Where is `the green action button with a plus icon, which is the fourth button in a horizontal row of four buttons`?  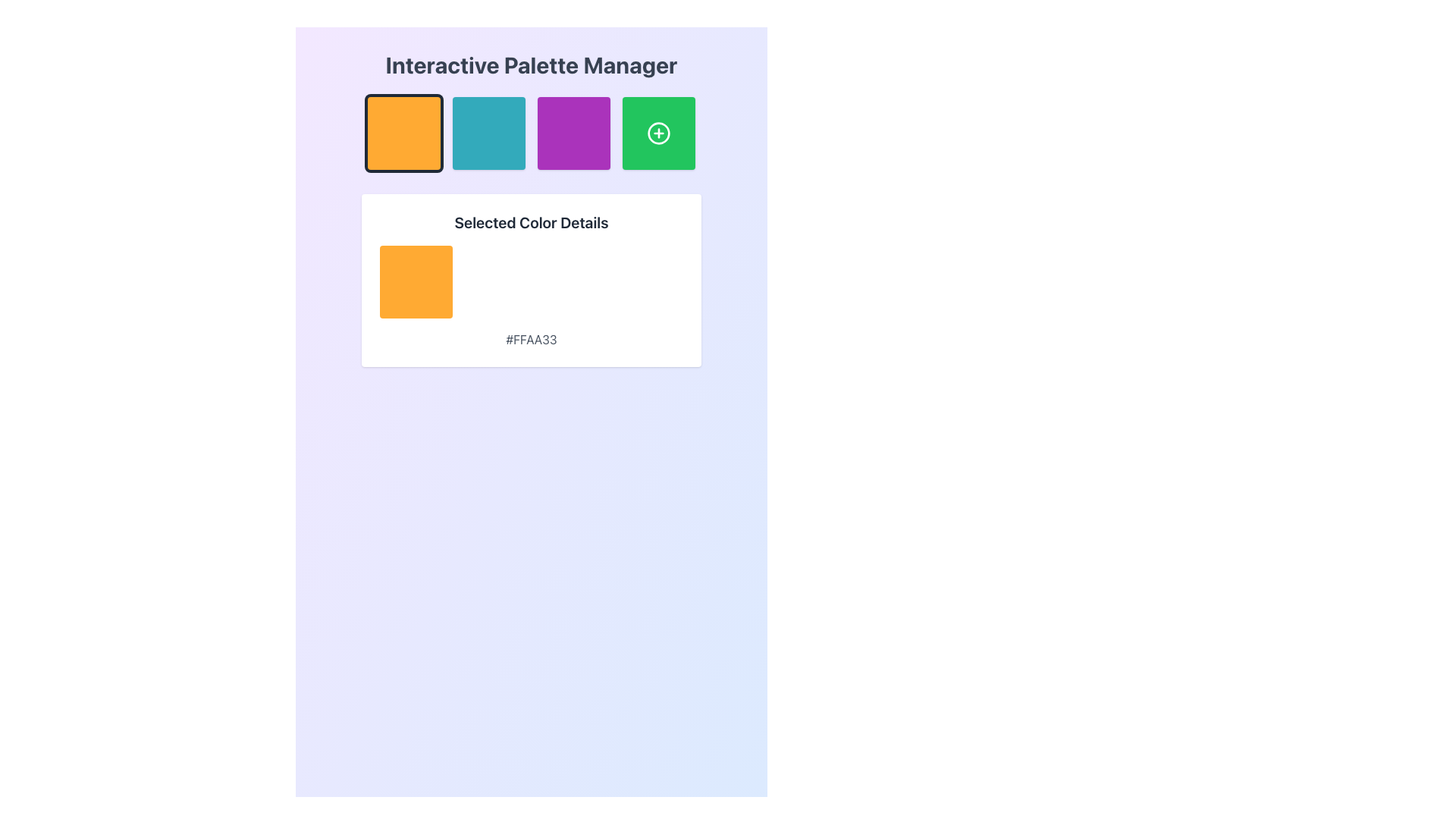
the green action button with a plus icon, which is the fourth button in a horizontal row of four buttons is located at coordinates (658, 133).